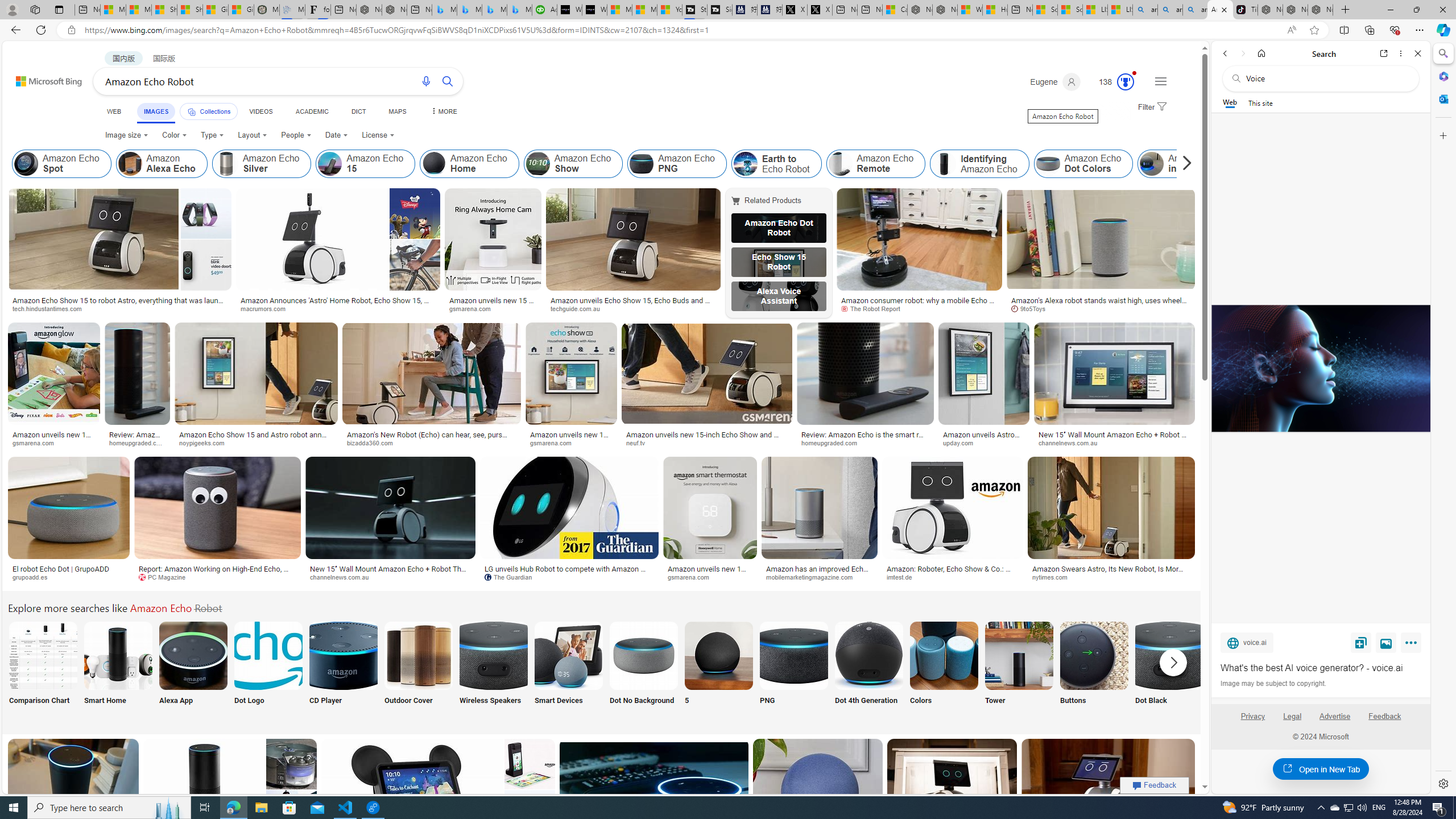 The height and width of the screenshot is (819, 1456). What do you see at coordinates (1160, 80) in the screenshot?
I see `'Settings and quick links'` at bounding box center [1160, 80].